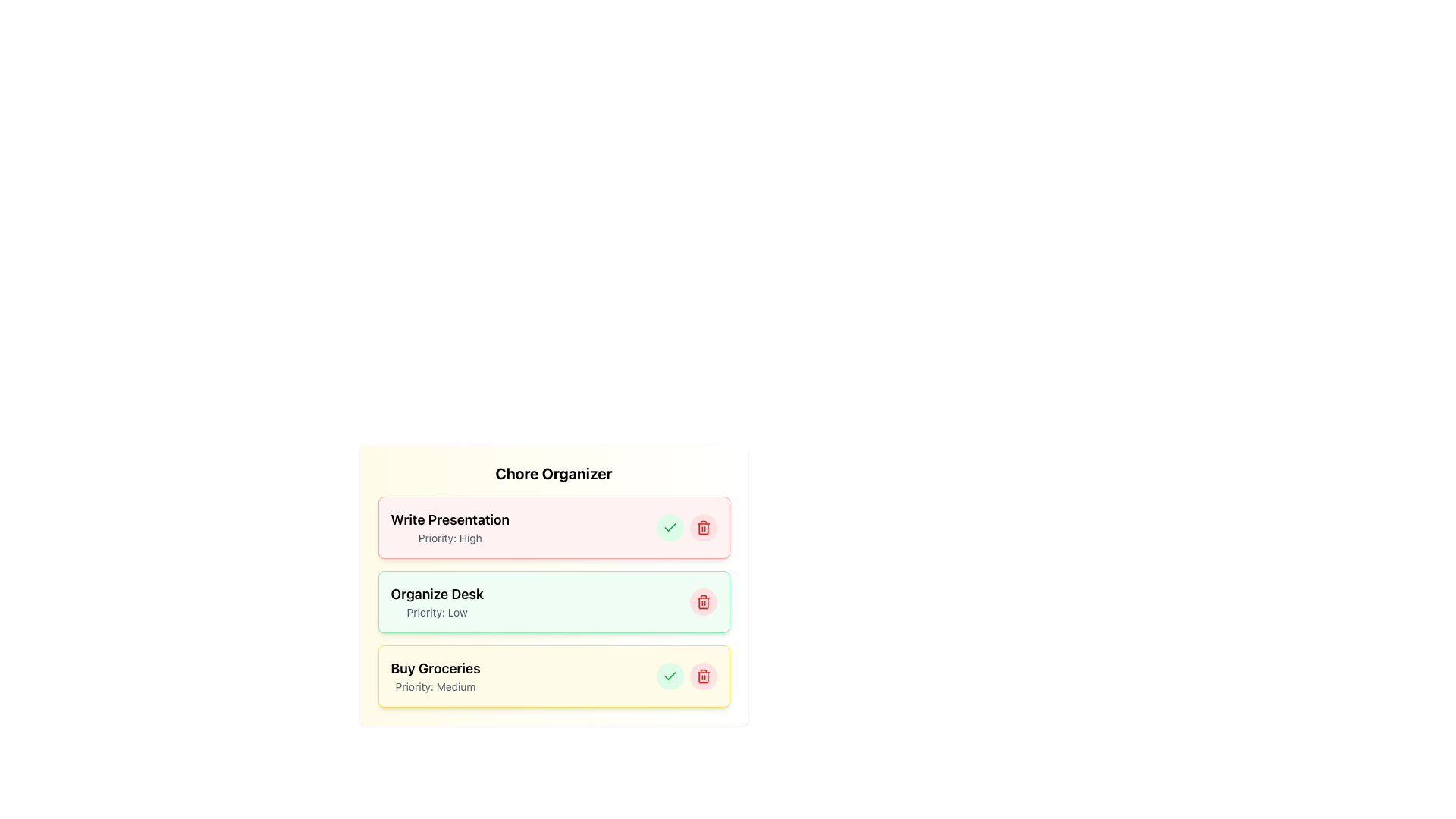 This screenshot has height=819, width=1456. I want to click on the delete button located on the right side of the 'Organize Desk' task entry in the Chore Organizer section, so click(702, 601).